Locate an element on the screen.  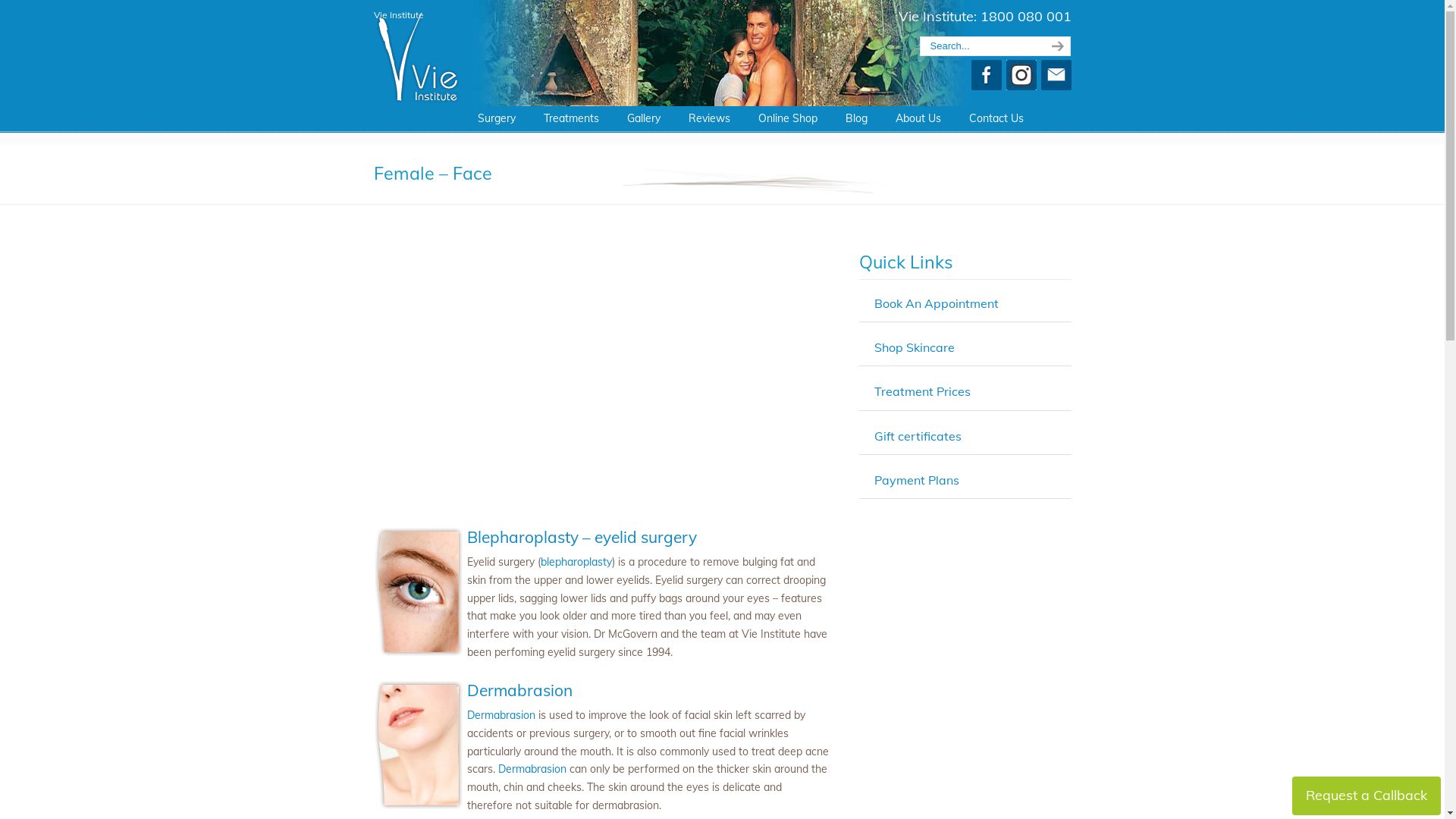
'Plastic Surgery Sunshine Coast' is located at coordinates (417, 52).